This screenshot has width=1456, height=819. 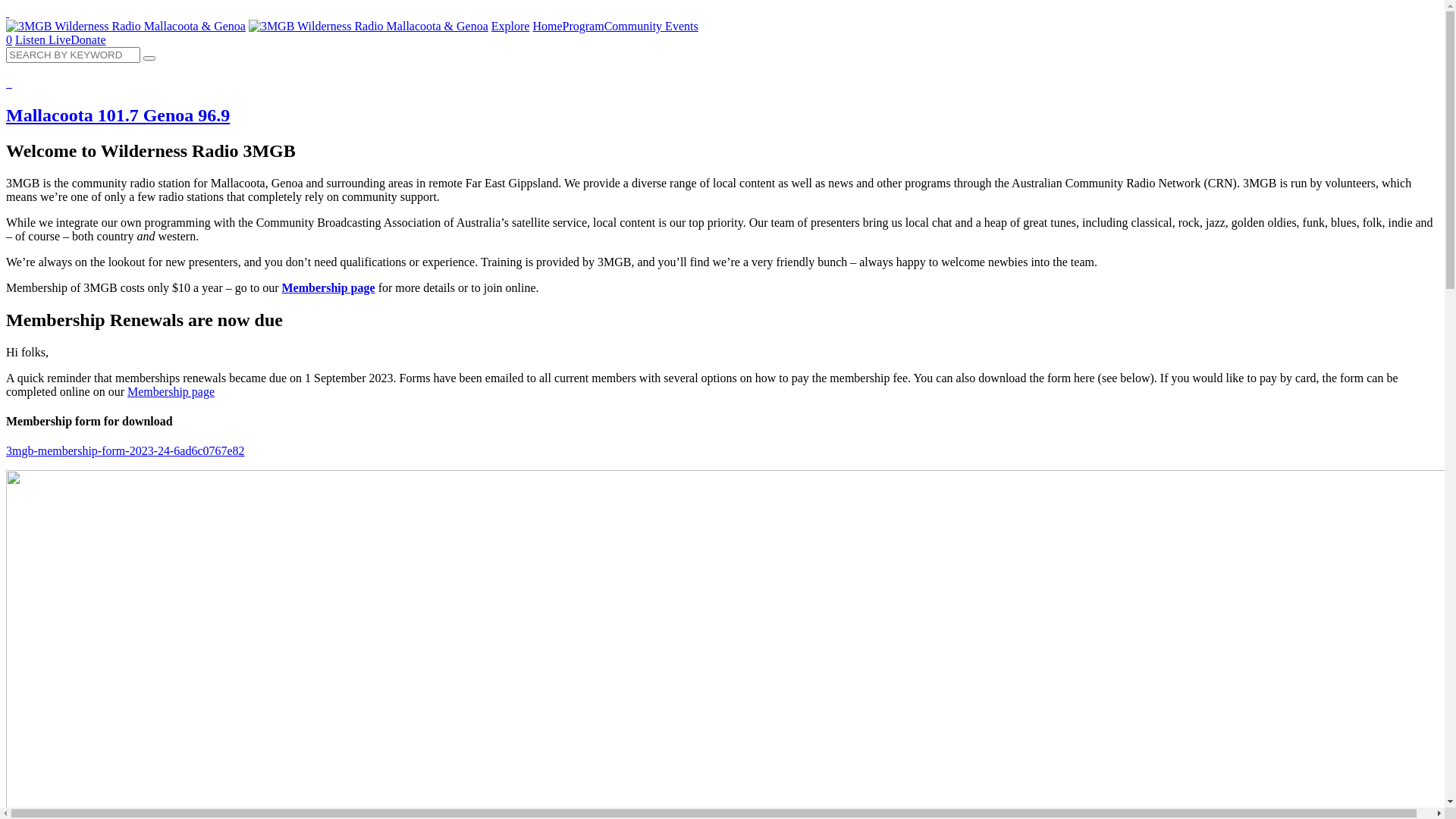 What do you see at coordinates (125, 450) in the screenshot?
I see `'3mgb-membership-form-2023-24-6ad6c0767e82'` at bounding box center [125, 450].